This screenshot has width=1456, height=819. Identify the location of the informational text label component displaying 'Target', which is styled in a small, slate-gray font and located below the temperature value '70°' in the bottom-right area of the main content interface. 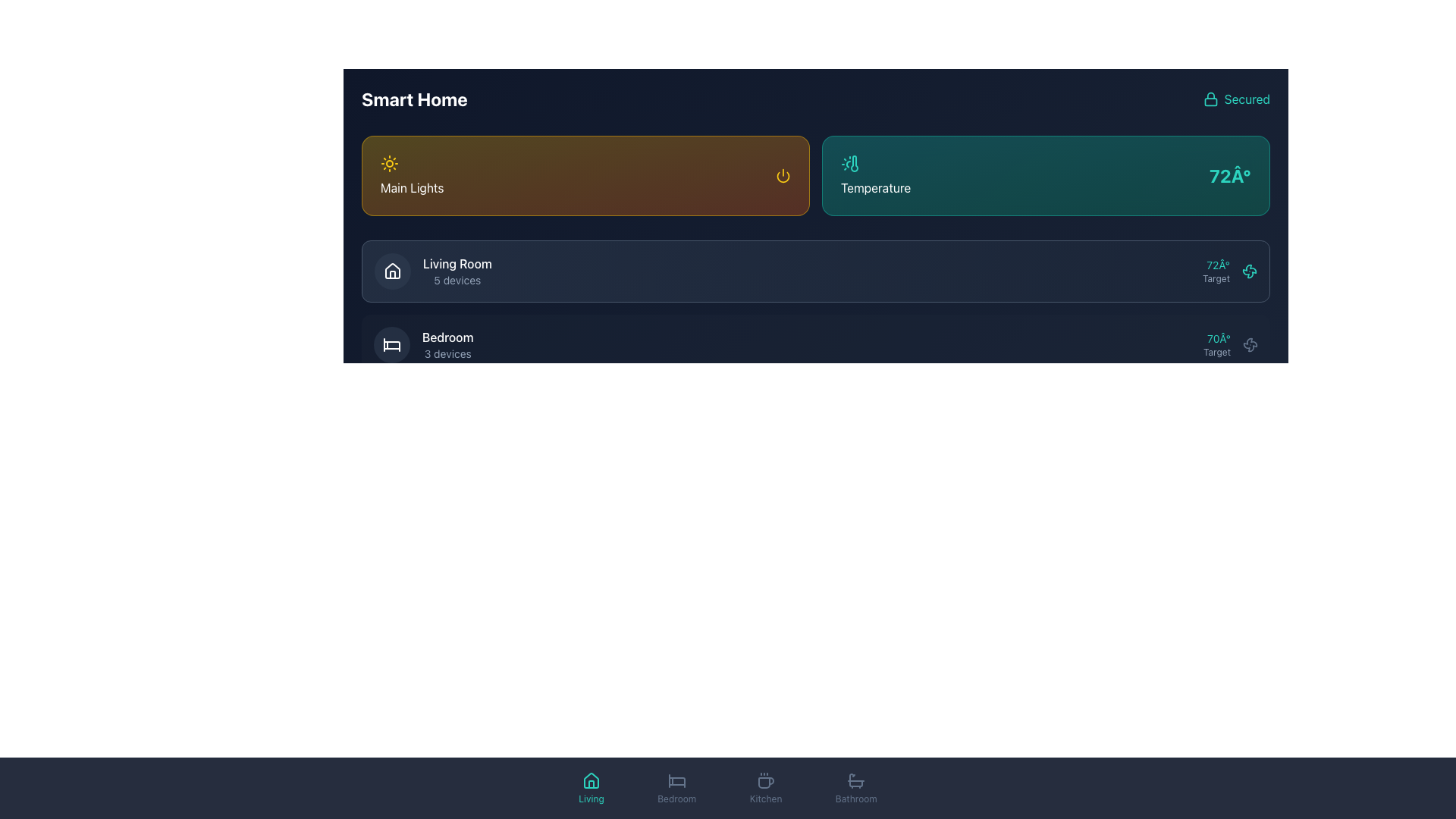
(1217, 353).